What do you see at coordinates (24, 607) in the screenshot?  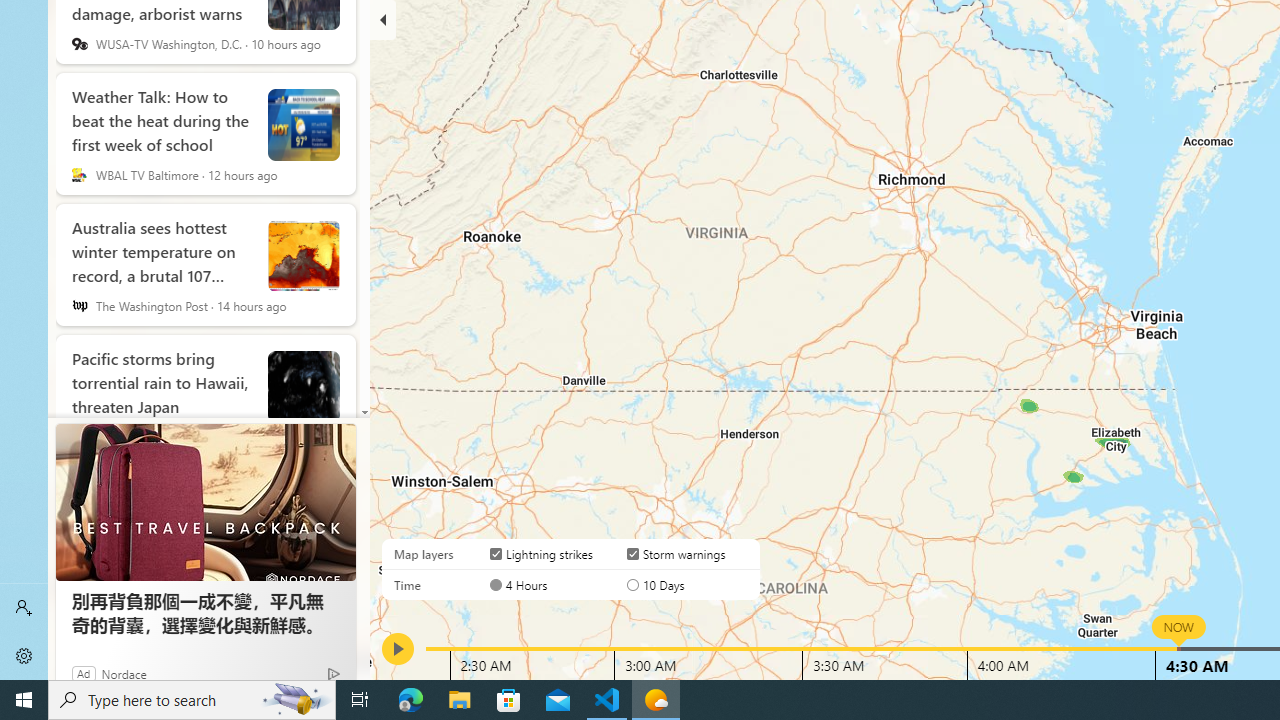 I see `'Sign in'` at bounding box center [24, 607].